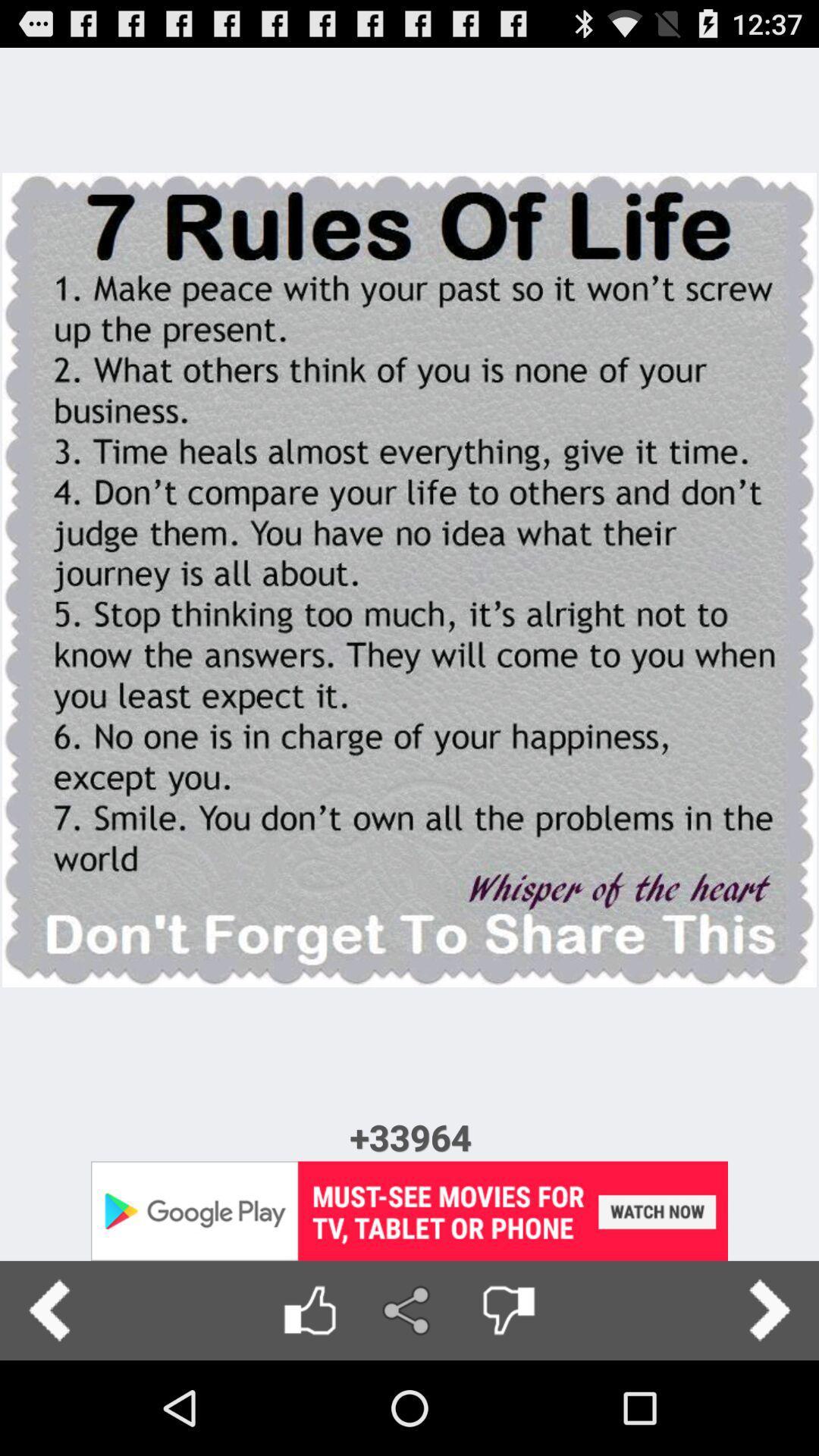 This screenshot has width=819, height=1456. I want to click on the thumbs_down icon, so click(508, 1401).